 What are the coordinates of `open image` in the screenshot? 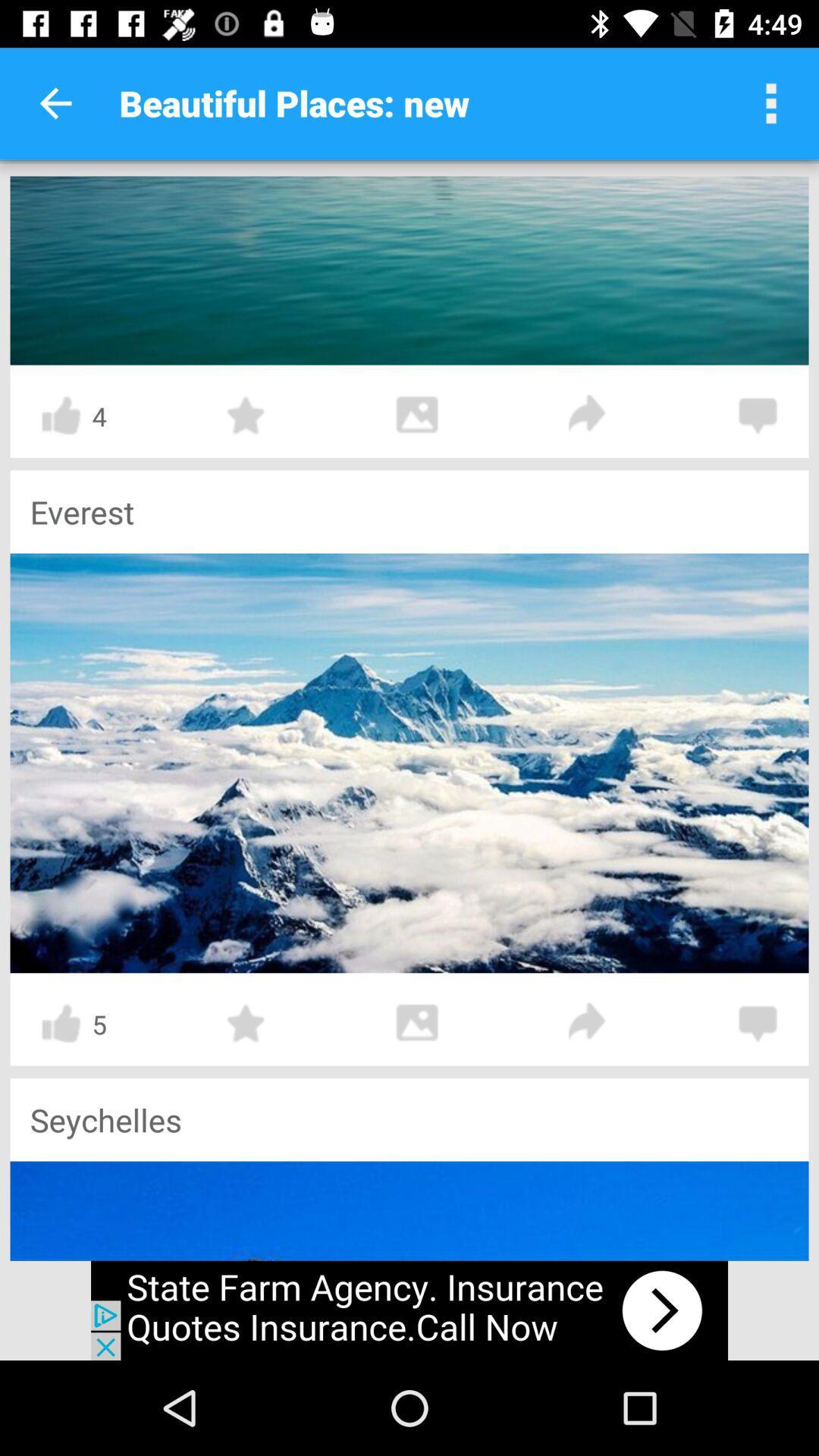 It's located at (409, 763).